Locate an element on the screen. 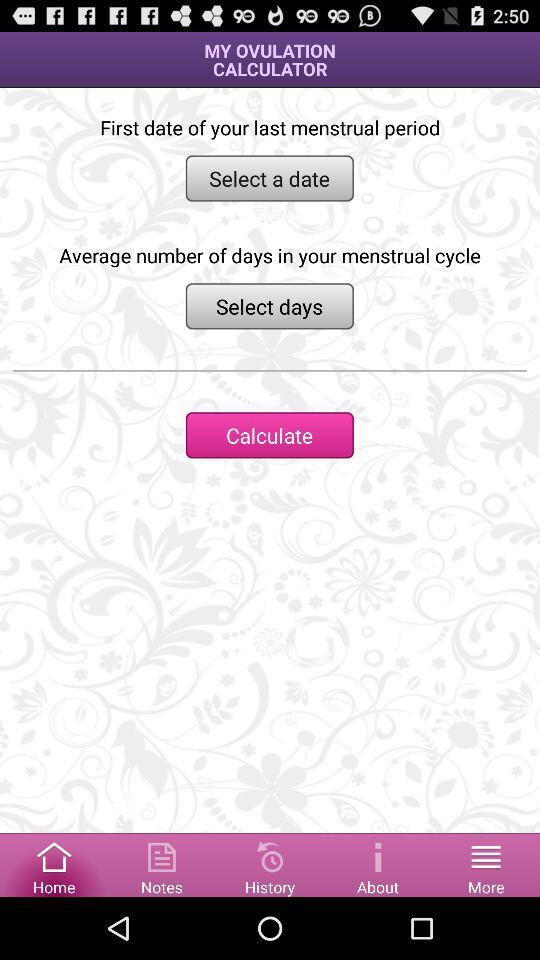  access information about app is located at coordinates (378, 863).